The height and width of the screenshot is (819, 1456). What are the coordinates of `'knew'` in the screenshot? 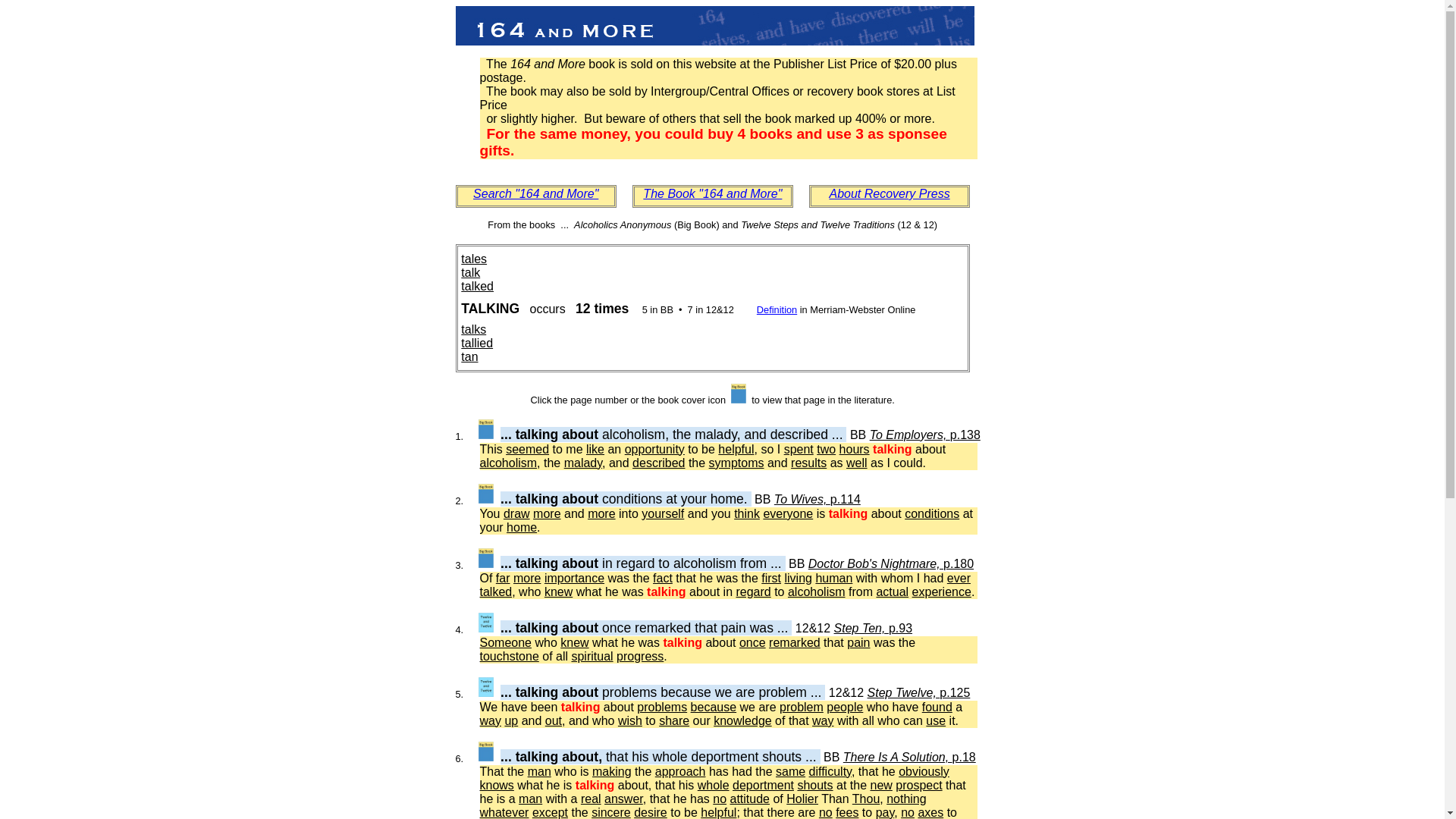 It's located at (560, 642).